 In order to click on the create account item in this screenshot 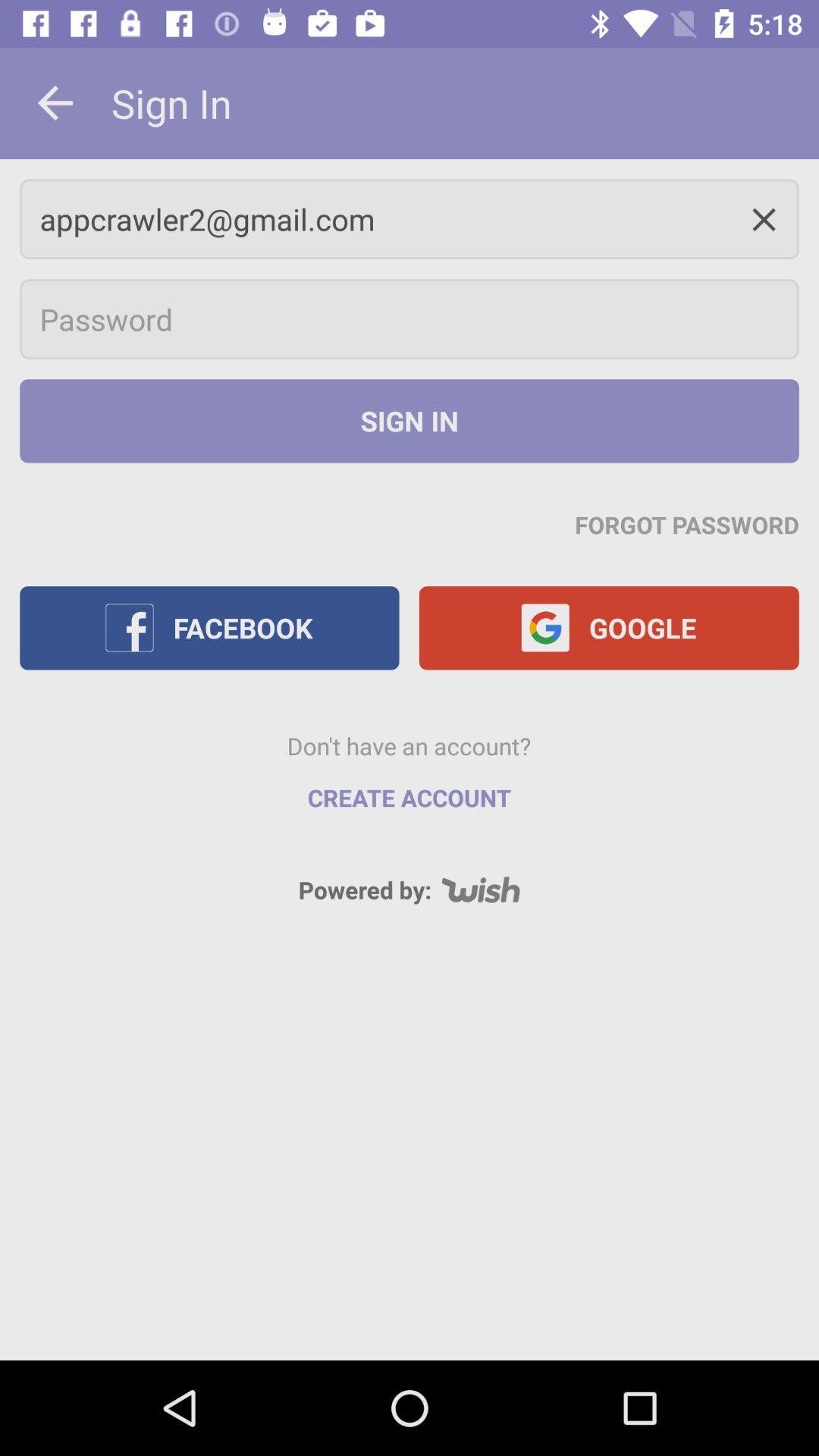, I will do `click(409, 797)`.